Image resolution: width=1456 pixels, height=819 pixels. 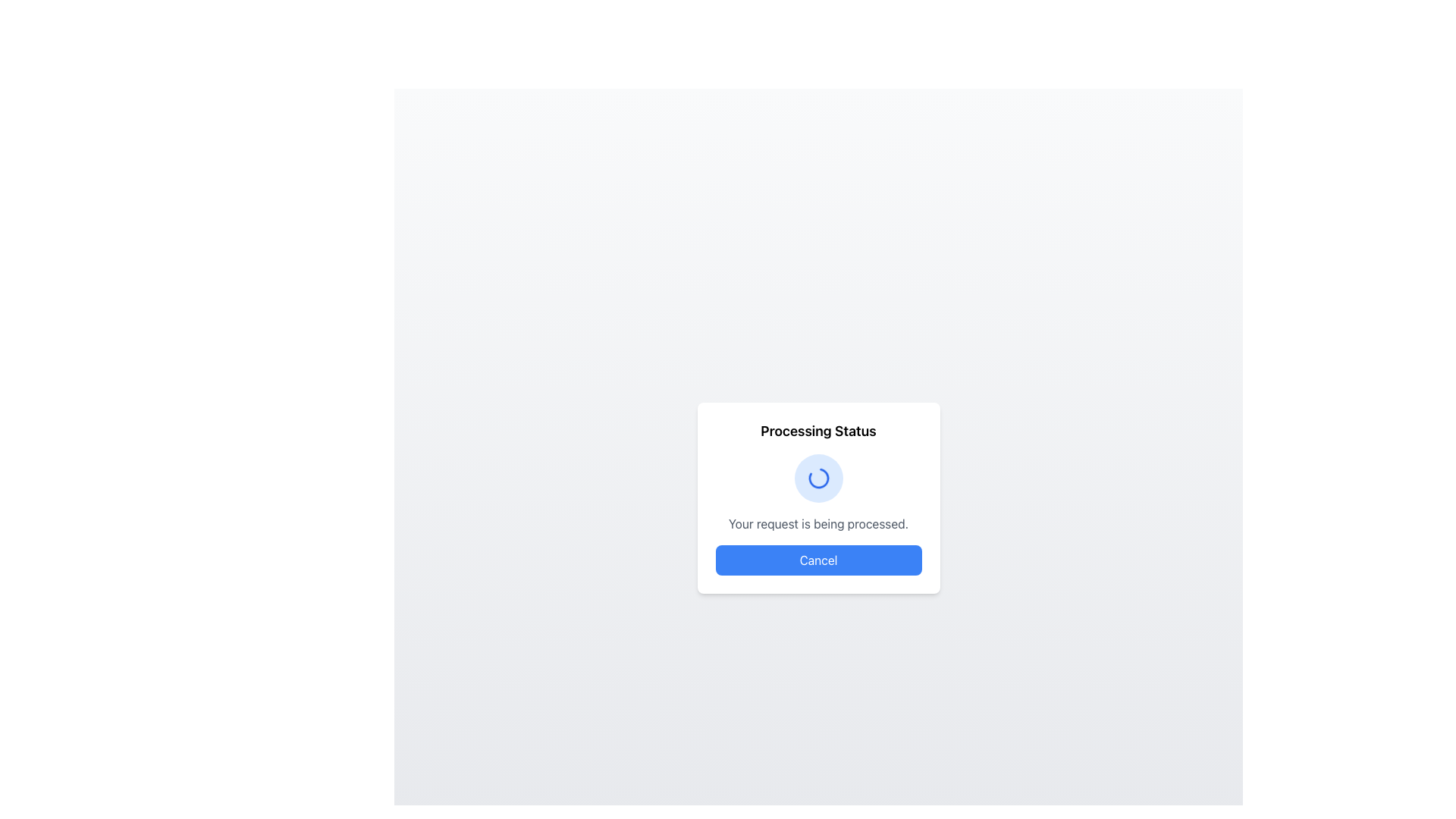 I want to click on the loading spinner, which is a circular component with a light blue background and a spinning blue circular stroke, located below the 'Processing Status' title and above the 'Your request is being processed' paragraph, so click(x=817, y=479).